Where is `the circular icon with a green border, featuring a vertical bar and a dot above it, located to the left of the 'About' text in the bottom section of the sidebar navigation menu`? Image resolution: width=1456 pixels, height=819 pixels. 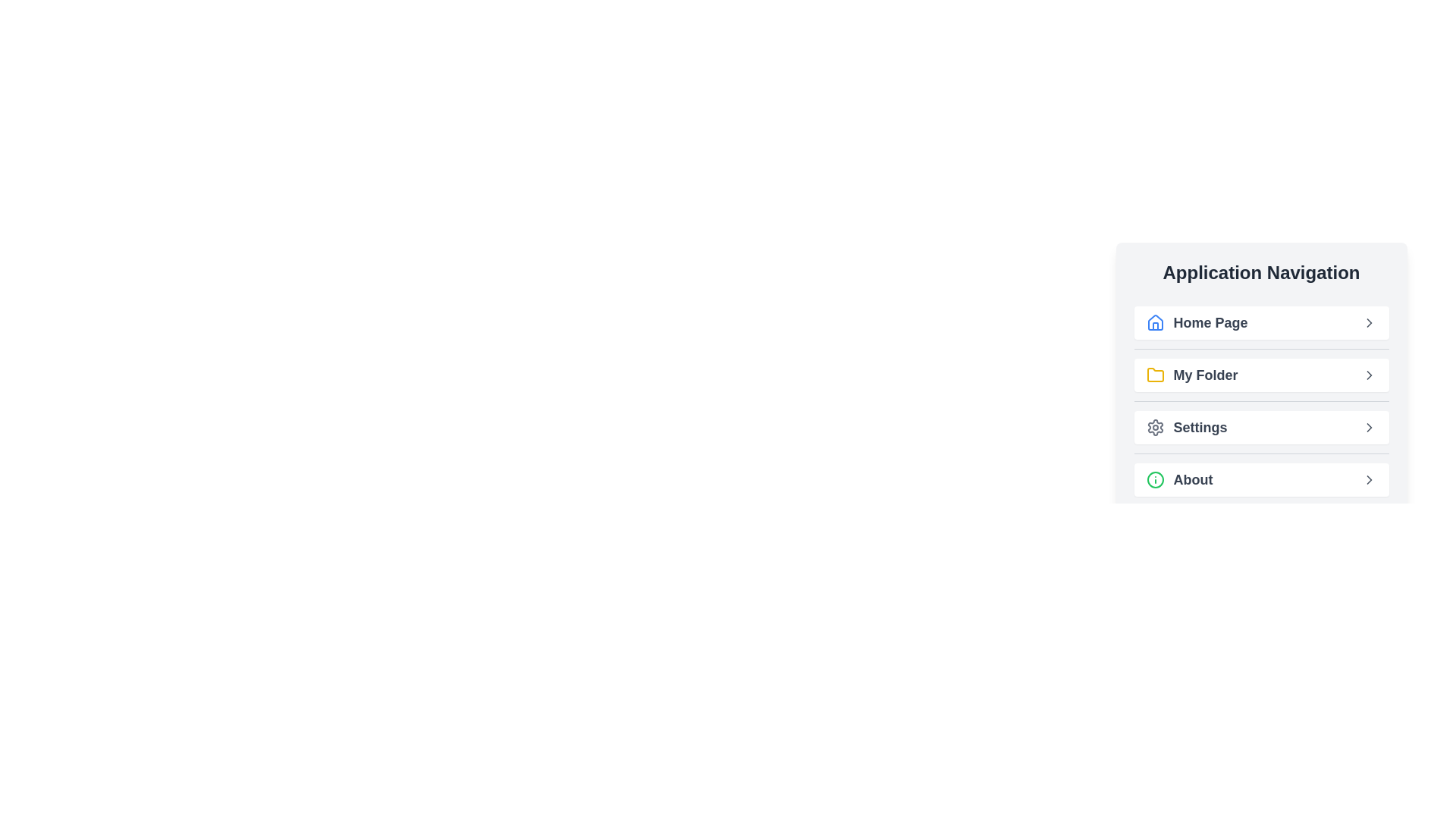 the circular icon with a green border, featuring a vertical bar and a dot above it, located to the left of the 'About' text in the bottom section of the sidebar navigation menu is located at coordinates (1154, 479).